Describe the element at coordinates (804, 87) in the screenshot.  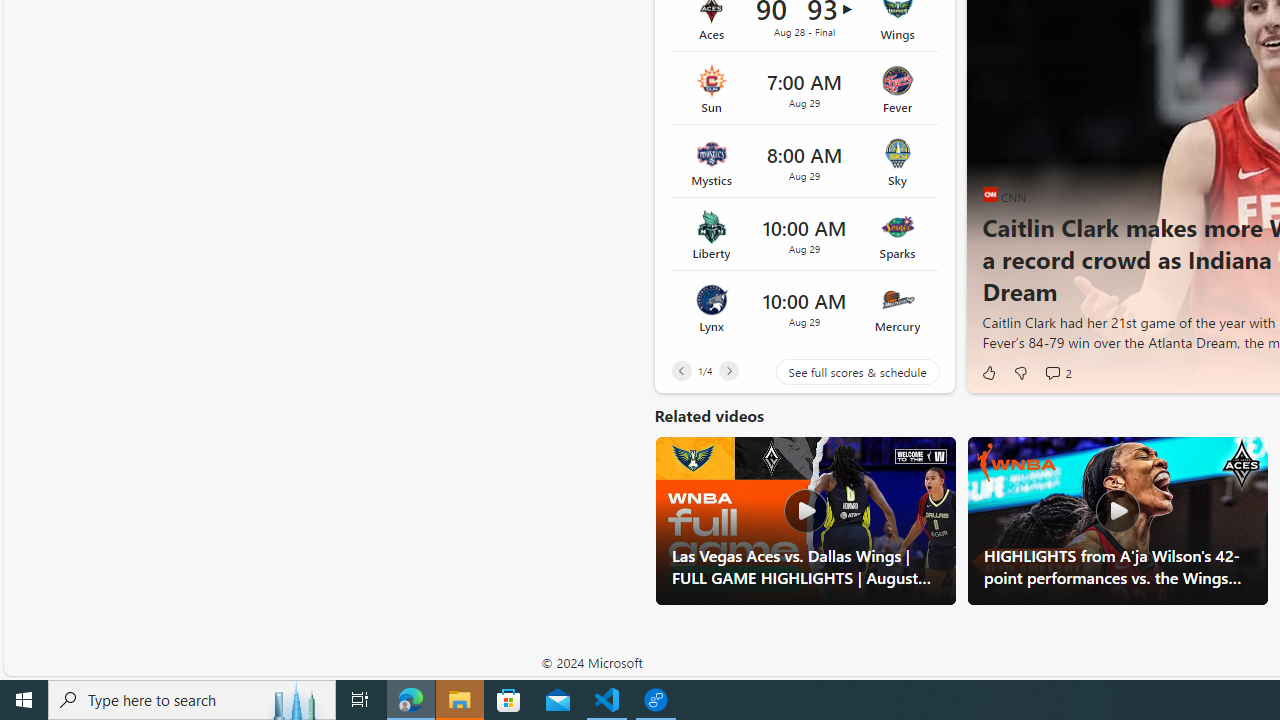
I see `'Sun vs Fever Time 7:00 AM Date Aug 29'` at that location.